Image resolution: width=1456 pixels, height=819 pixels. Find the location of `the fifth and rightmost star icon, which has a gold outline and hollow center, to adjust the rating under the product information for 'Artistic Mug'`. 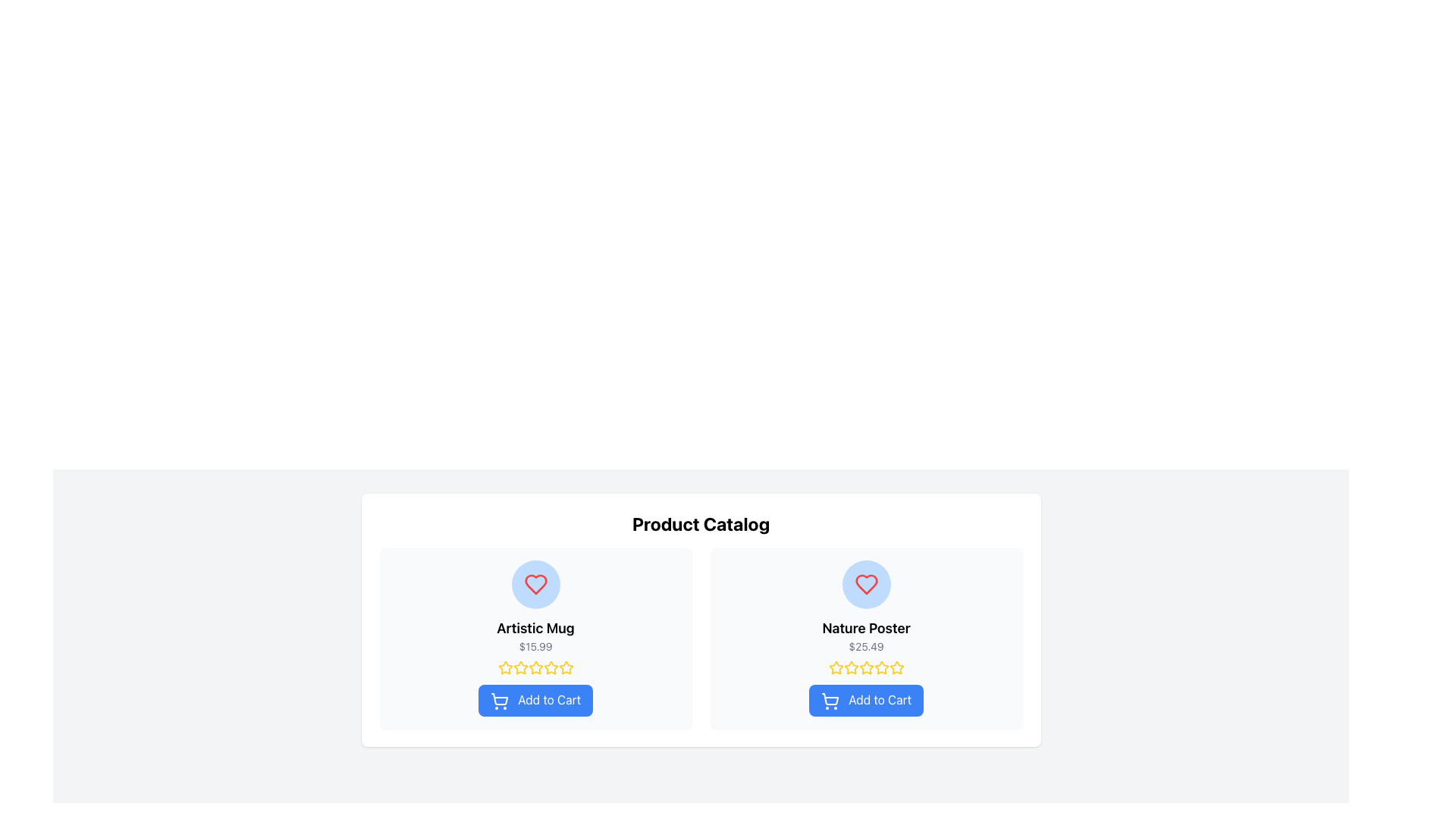

the fifth and rightmost star icon, which has a gold outline and hollow center, to adjust the rating under the product information for 'Artistic Mug' is located at coordinates (565, 667).